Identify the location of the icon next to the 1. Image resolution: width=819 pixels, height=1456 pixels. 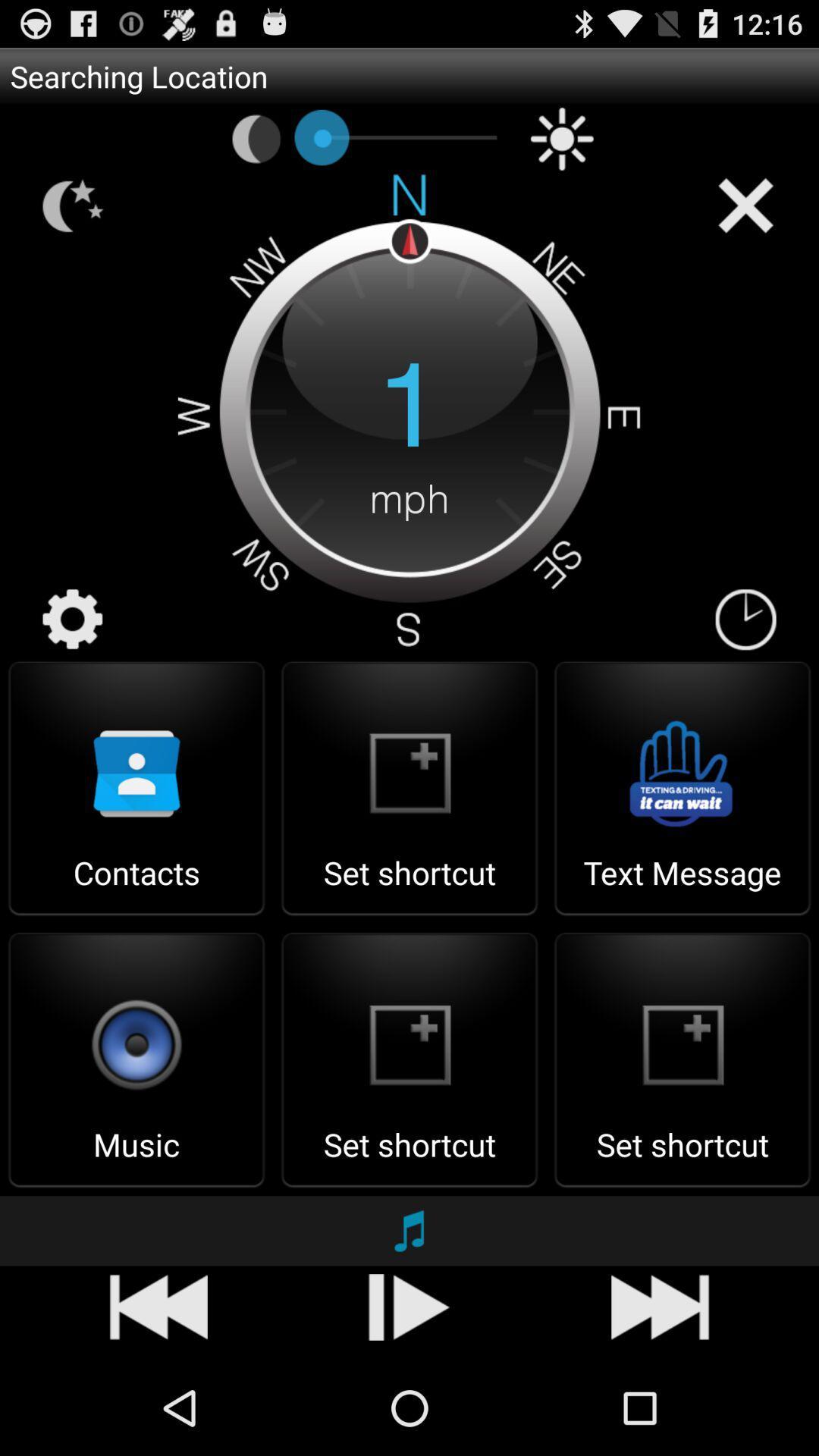
(745, 620).